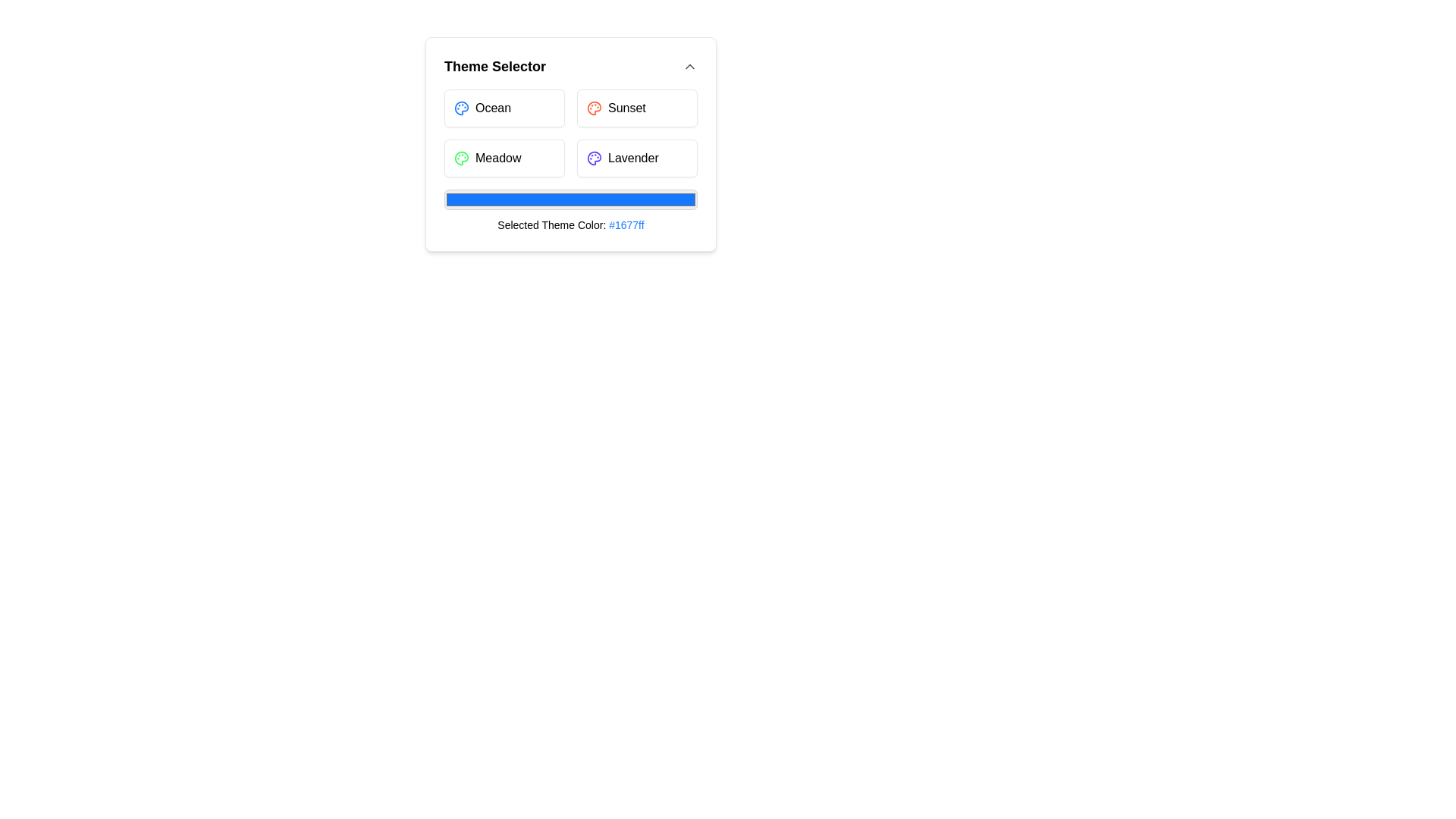 Image resolution: width=1456 pixels, height=819 pixels. I want to click on hexadecimal color code displayed in the static text element located below the horizontal blue bar and theme selection buttons in the theme selector module, so click(626, 225).